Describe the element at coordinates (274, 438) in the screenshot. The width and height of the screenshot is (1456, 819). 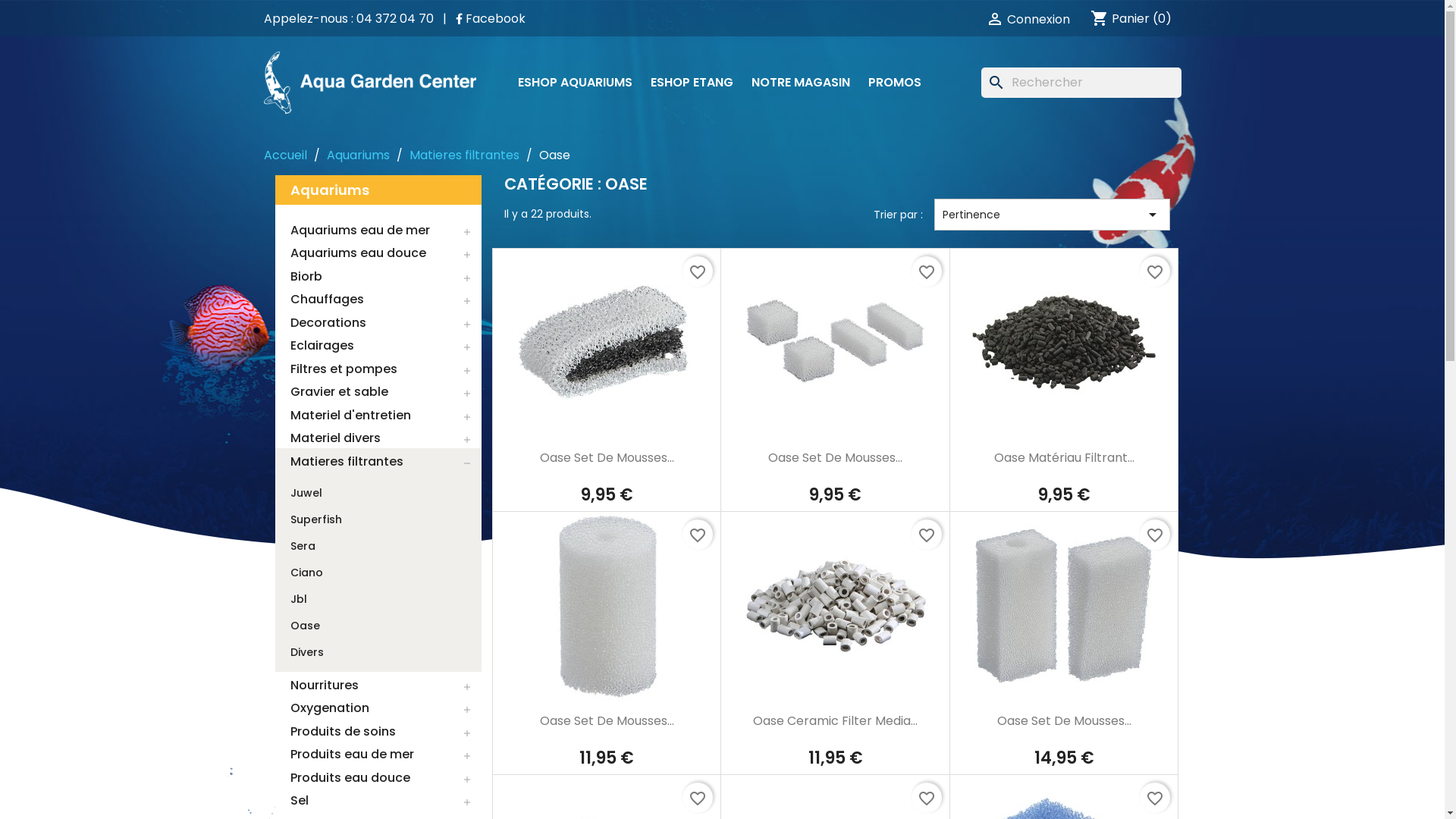
I see `'Materiel divers'` at that location.